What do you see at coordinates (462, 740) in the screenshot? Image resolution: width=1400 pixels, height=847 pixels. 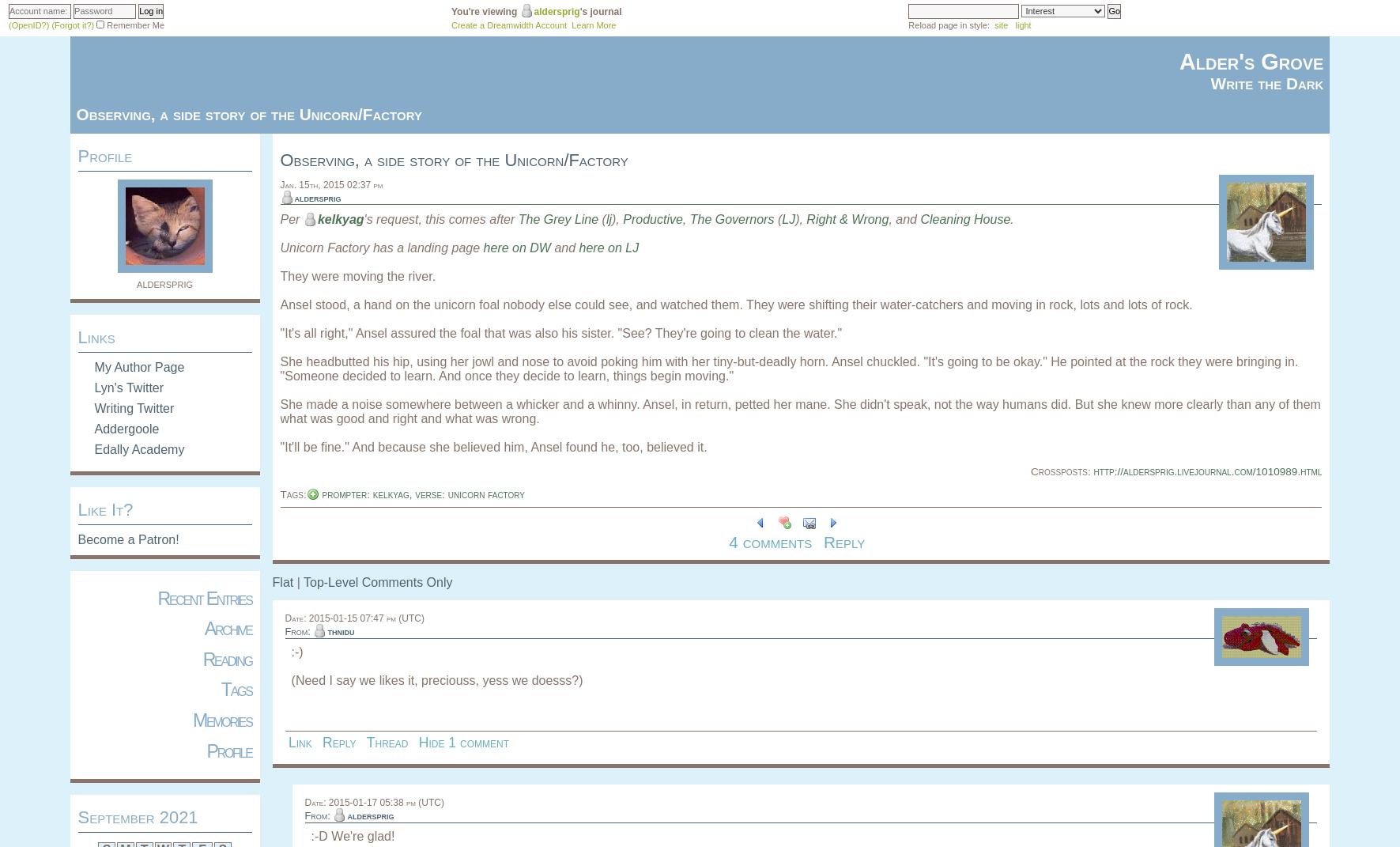 I see `'Hide 1 comment'` at bounding box center [462, 740].